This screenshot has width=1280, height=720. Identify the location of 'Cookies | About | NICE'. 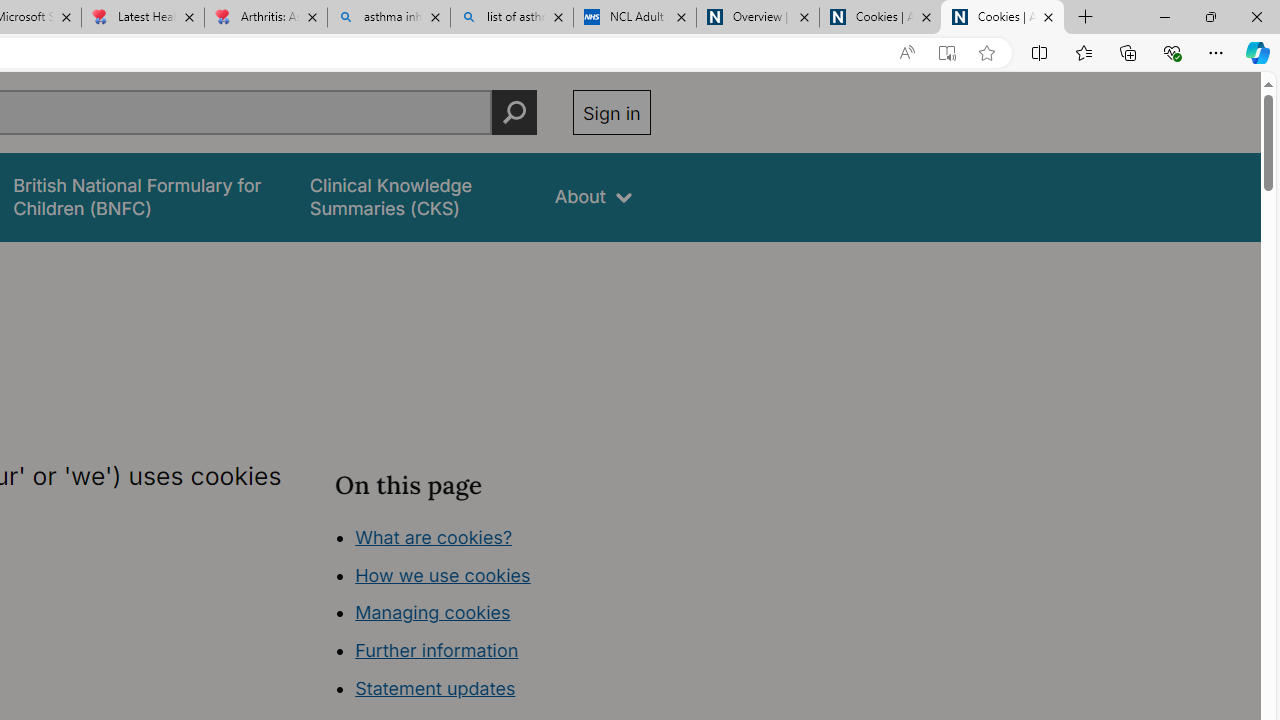
(1002, 17).